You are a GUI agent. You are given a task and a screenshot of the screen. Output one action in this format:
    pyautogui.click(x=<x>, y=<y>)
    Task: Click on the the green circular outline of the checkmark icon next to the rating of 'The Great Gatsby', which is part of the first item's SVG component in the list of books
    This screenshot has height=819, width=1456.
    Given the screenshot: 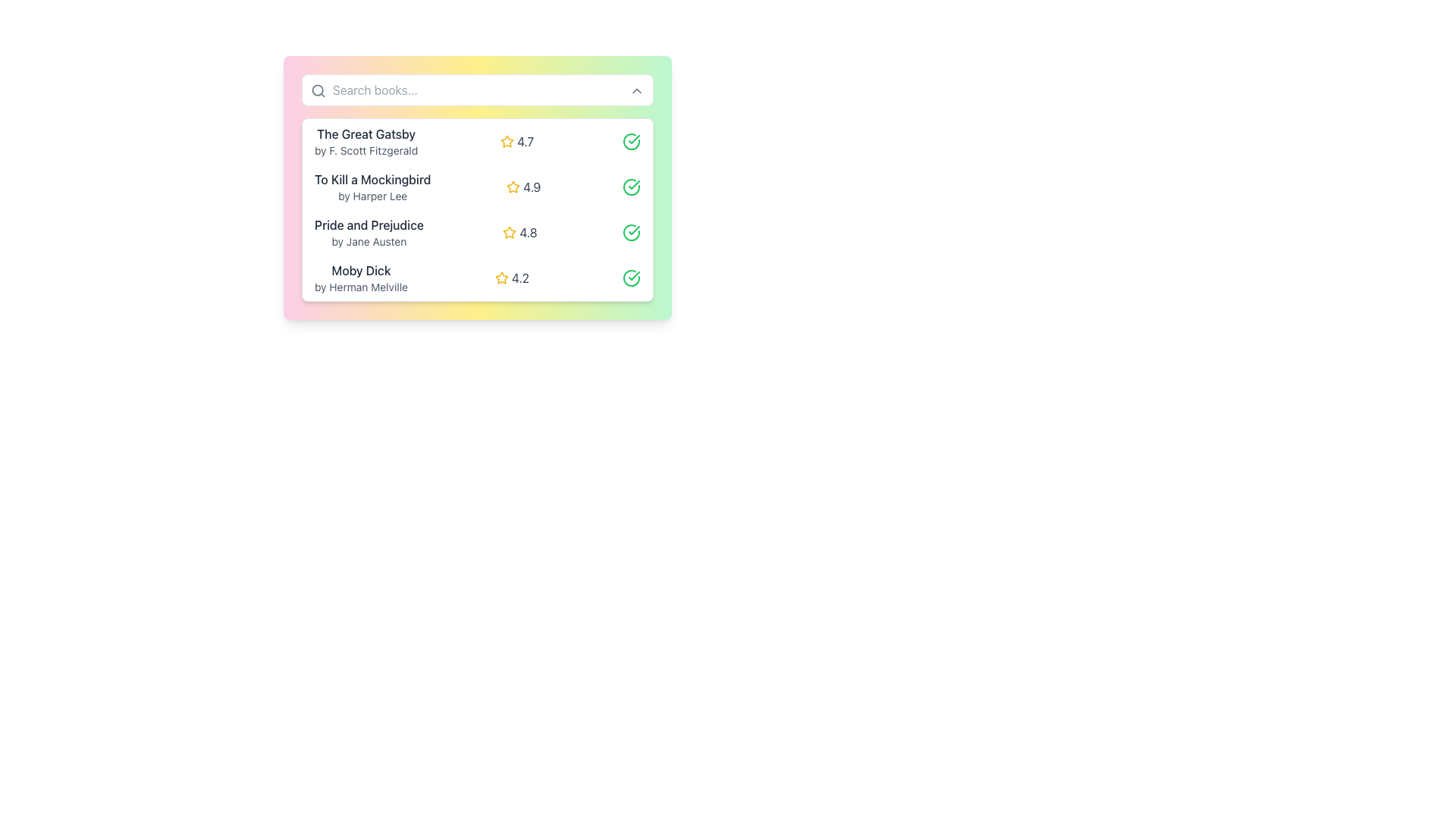 What is the action you would take?
    pyautogui.click(x=632, y=141)
    